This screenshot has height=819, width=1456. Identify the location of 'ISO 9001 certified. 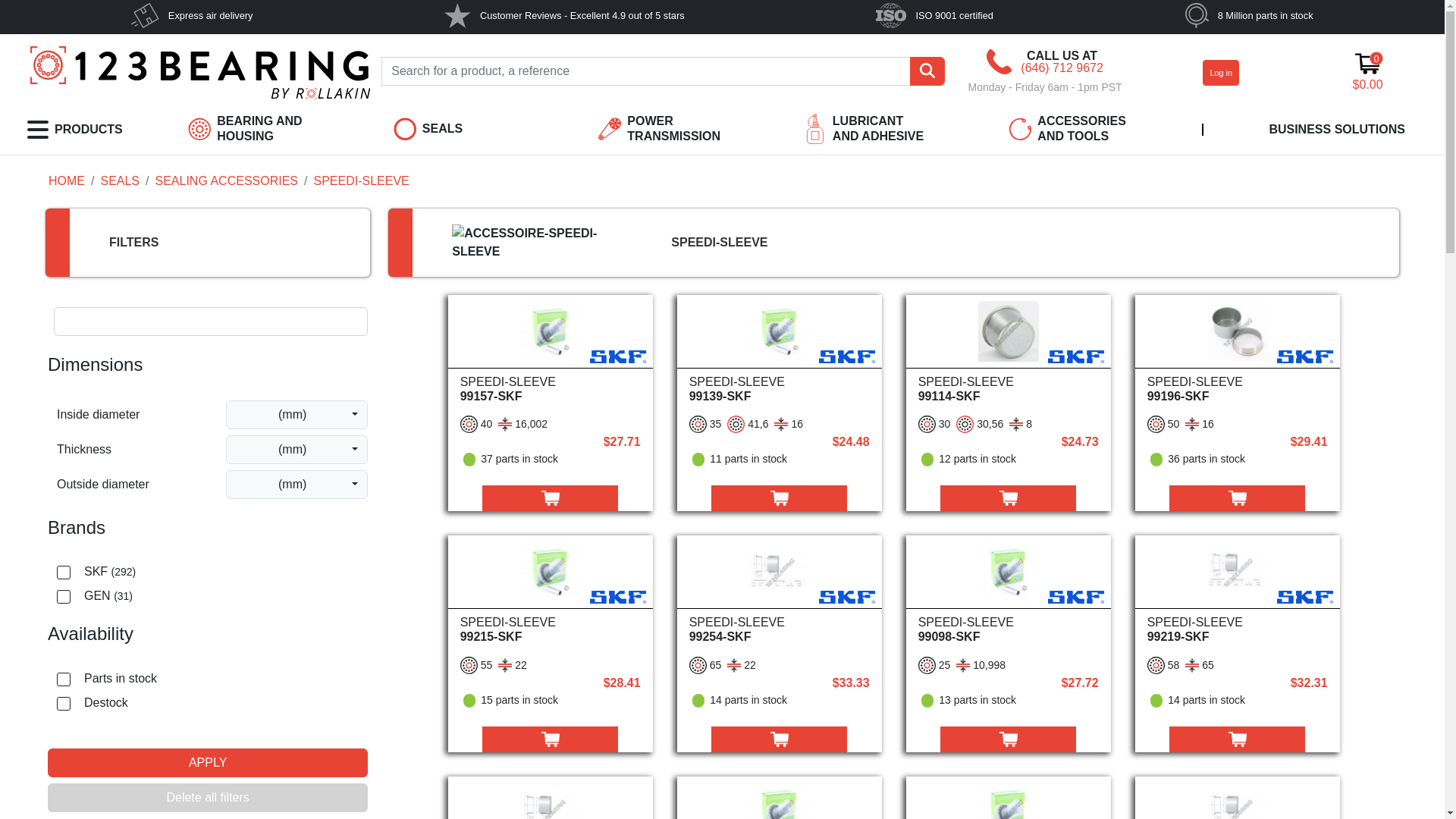
(934, 15).